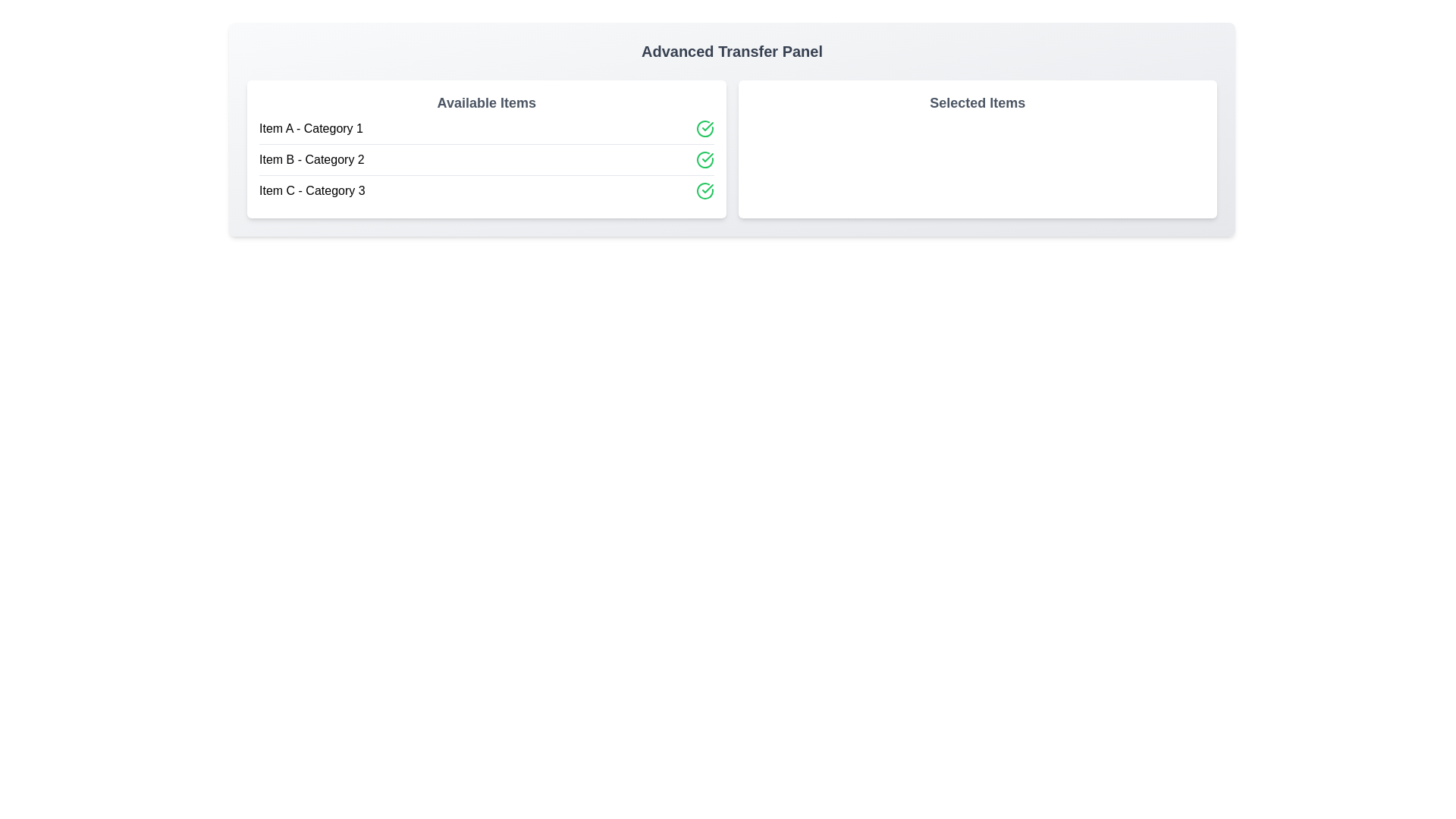  I want to click on the confirmation marker icon for 'Item B - Category 2' located in the 'Available Items' section, positioned to the far right of the row, so click(704, 127).